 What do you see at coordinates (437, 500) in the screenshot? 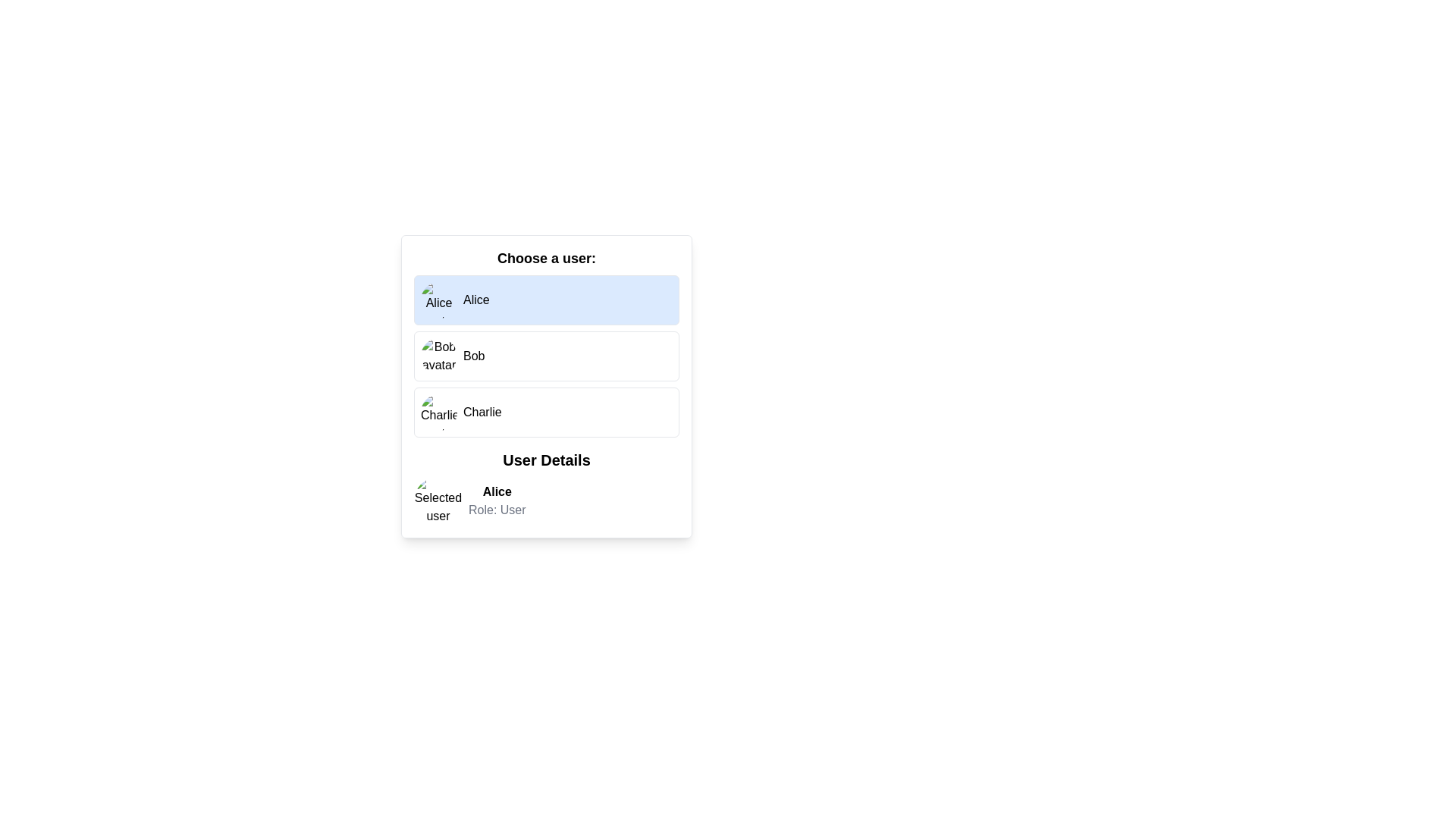
I see `the circular avatar image displaying 'Selected user avatar', located to the left of the text 'Alice' in the 'User Details' section` at bounding box center [437, 500].